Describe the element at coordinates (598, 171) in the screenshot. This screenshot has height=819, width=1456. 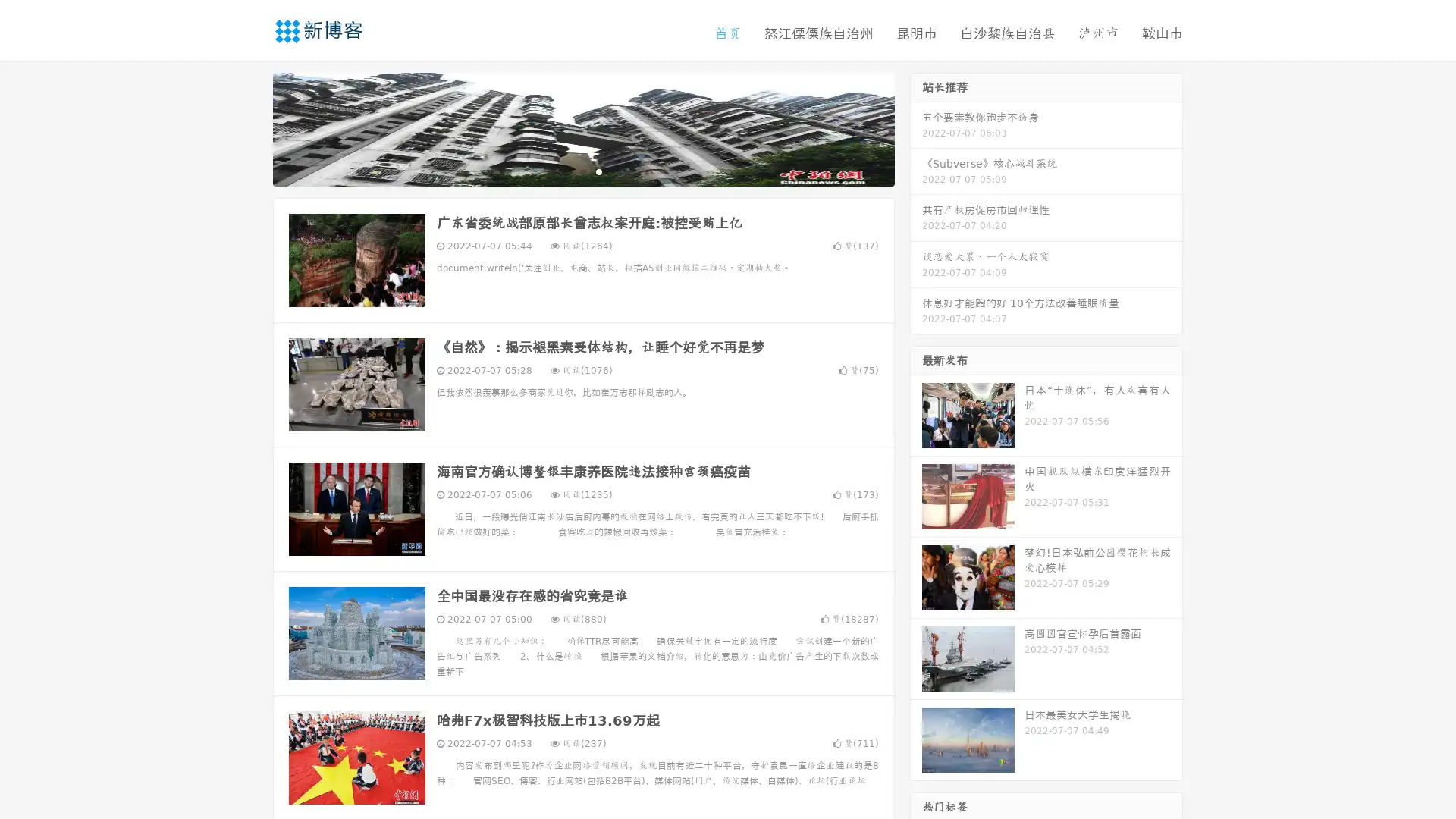
I see `Go to slide 3` at that location.